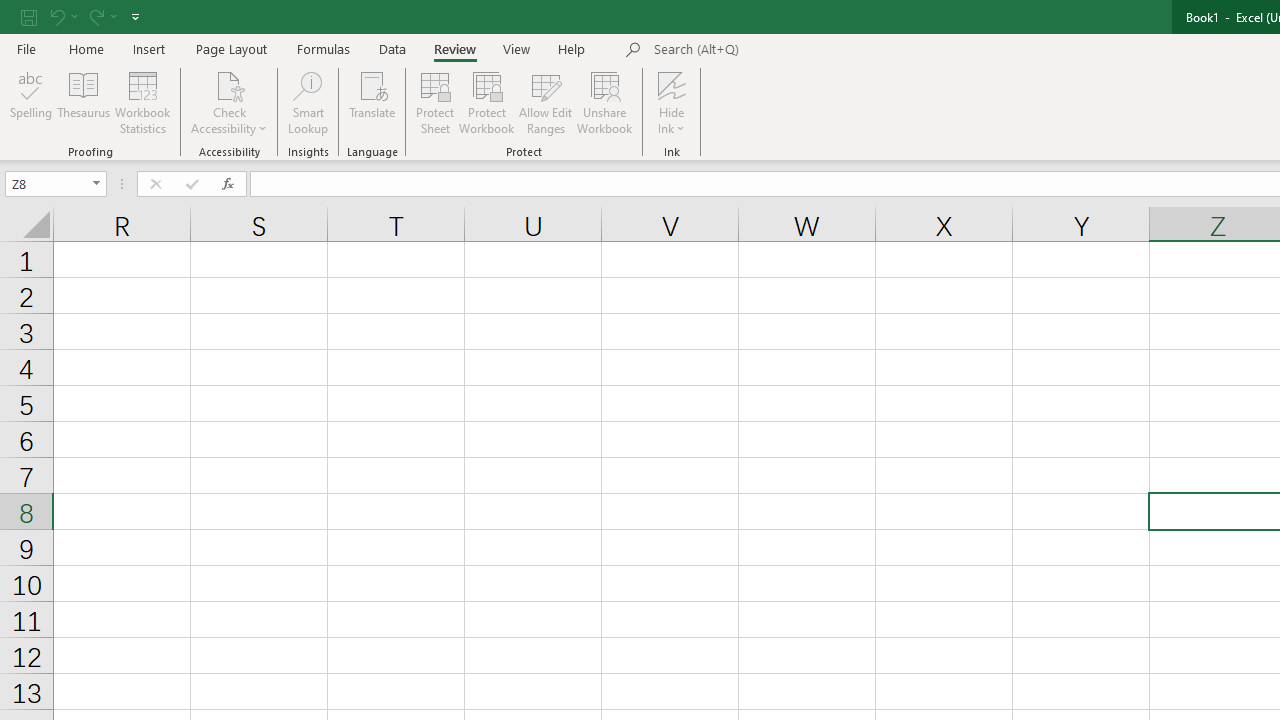 The height and width of the screenshot is (720, 1280). Describe the element at coordinates (545, 103) in the screenshot. I see `'Allow Edit Ranges'` at that location.